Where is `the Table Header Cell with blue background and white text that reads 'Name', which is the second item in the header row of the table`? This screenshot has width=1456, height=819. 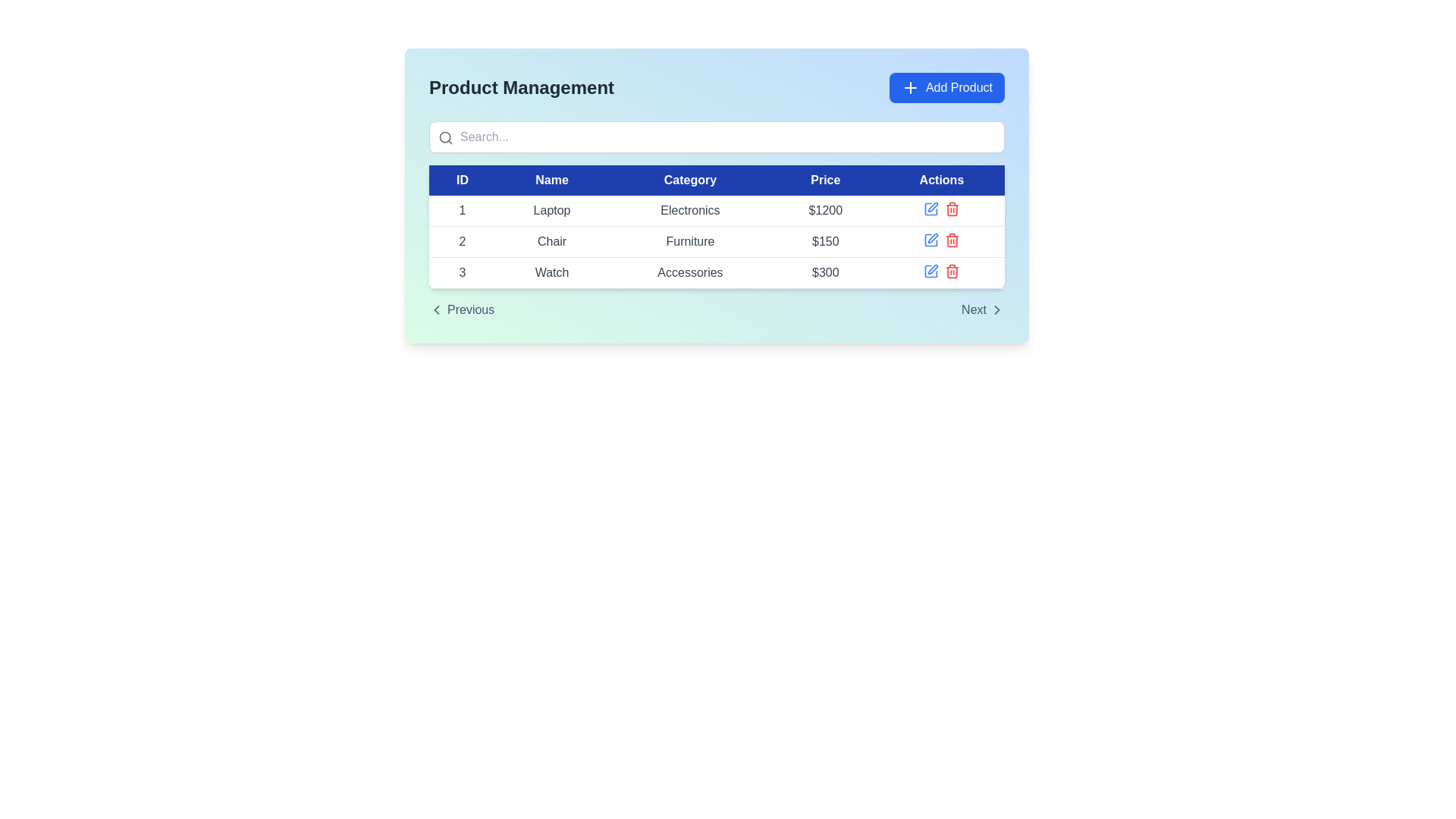
the Table Header Cell with blue background and white text that reads 'Name', which is the second item in the header row of the table is located at coordinates (551, 180).